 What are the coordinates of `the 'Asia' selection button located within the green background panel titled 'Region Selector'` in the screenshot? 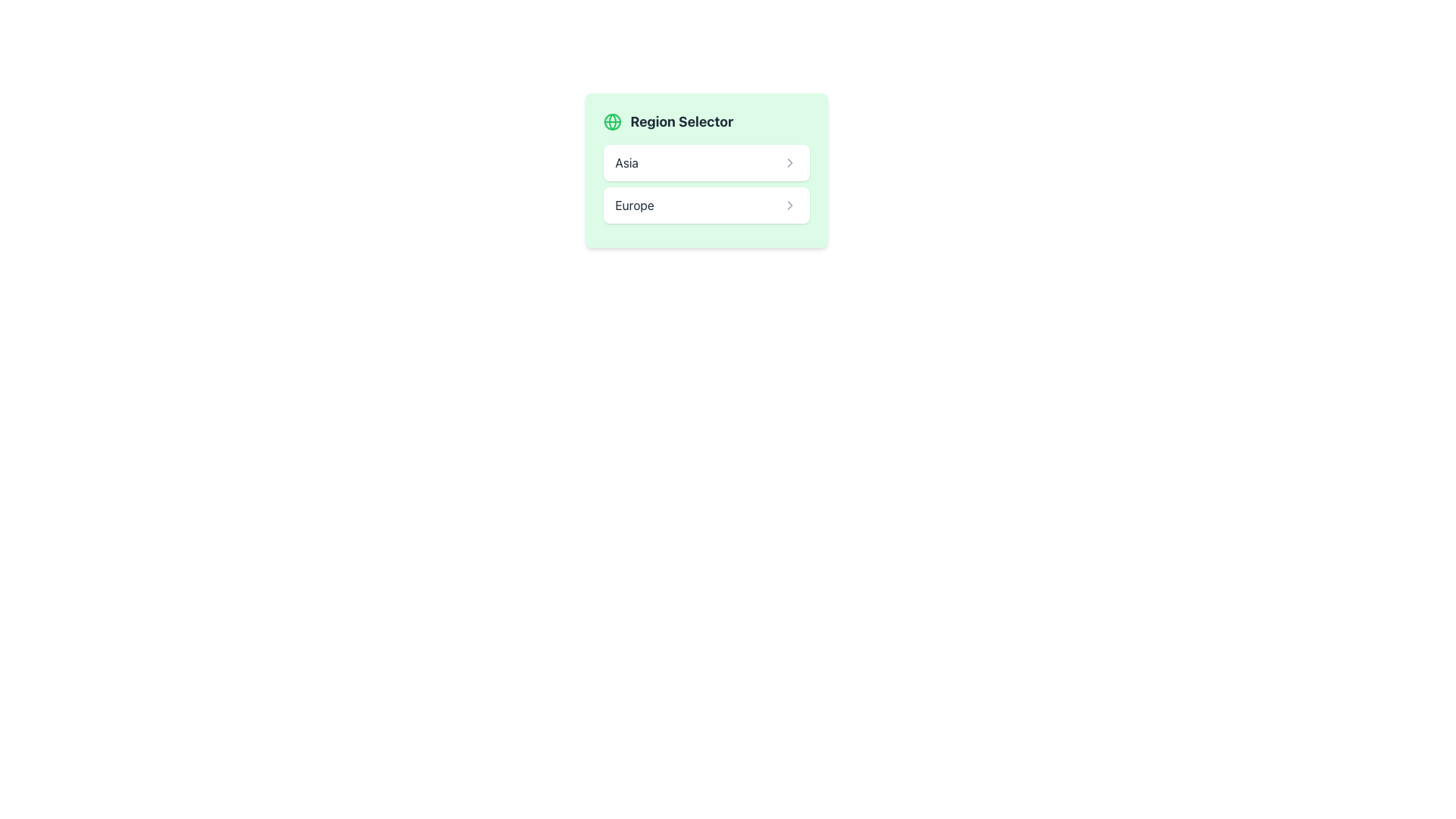 It's located at (705, 170).